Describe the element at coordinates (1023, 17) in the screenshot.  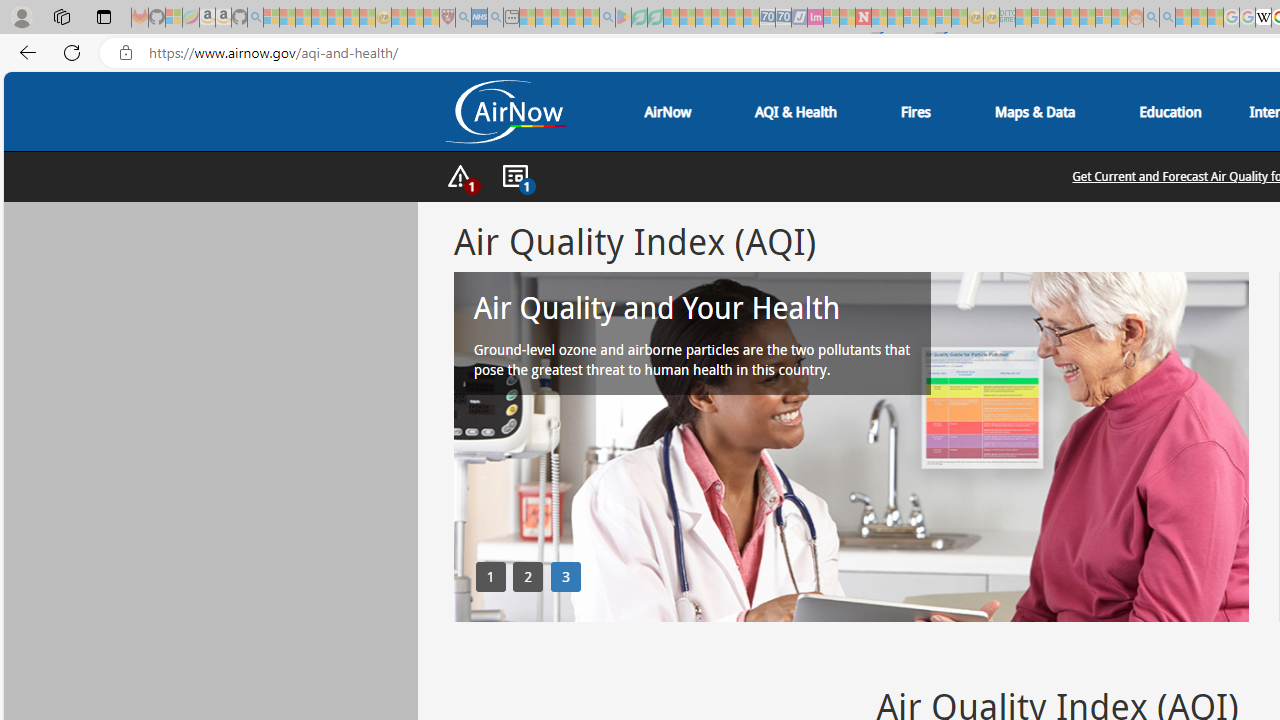
I see `'MSNBC - MSN - Sleeping'` at that location.